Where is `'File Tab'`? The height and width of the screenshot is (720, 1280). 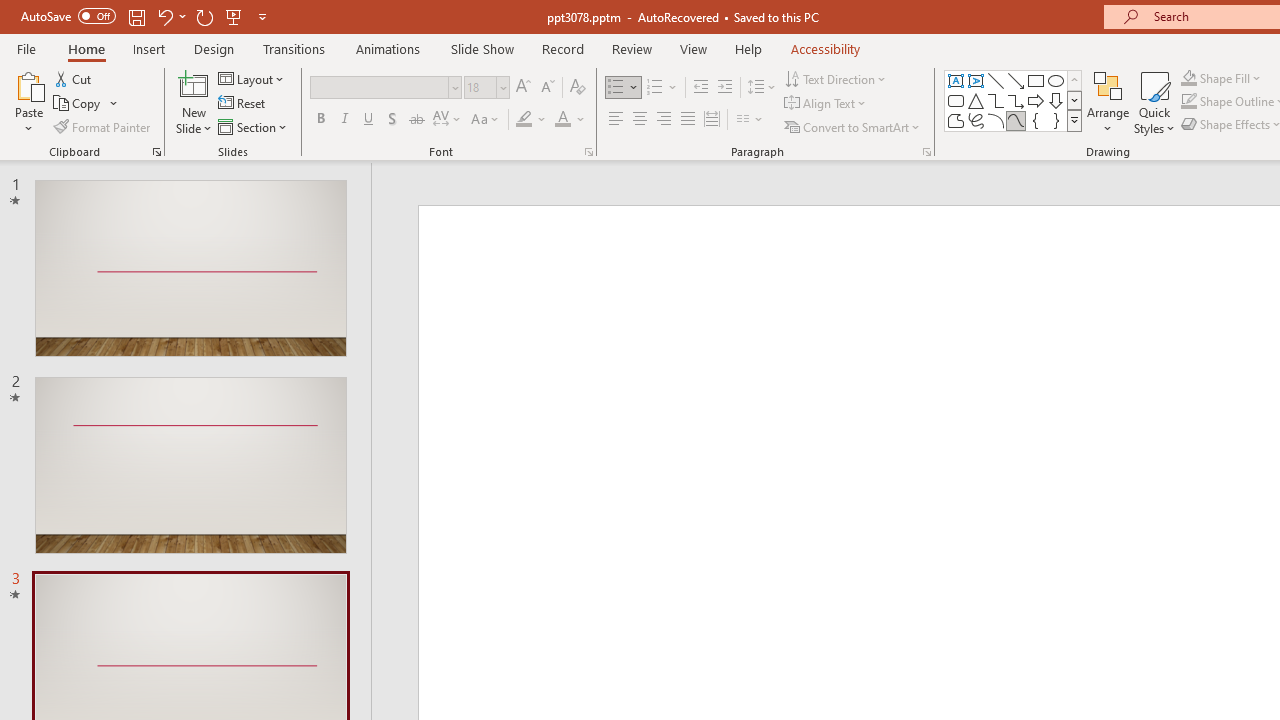 'File Tab' is located at coordinates (26, 47).